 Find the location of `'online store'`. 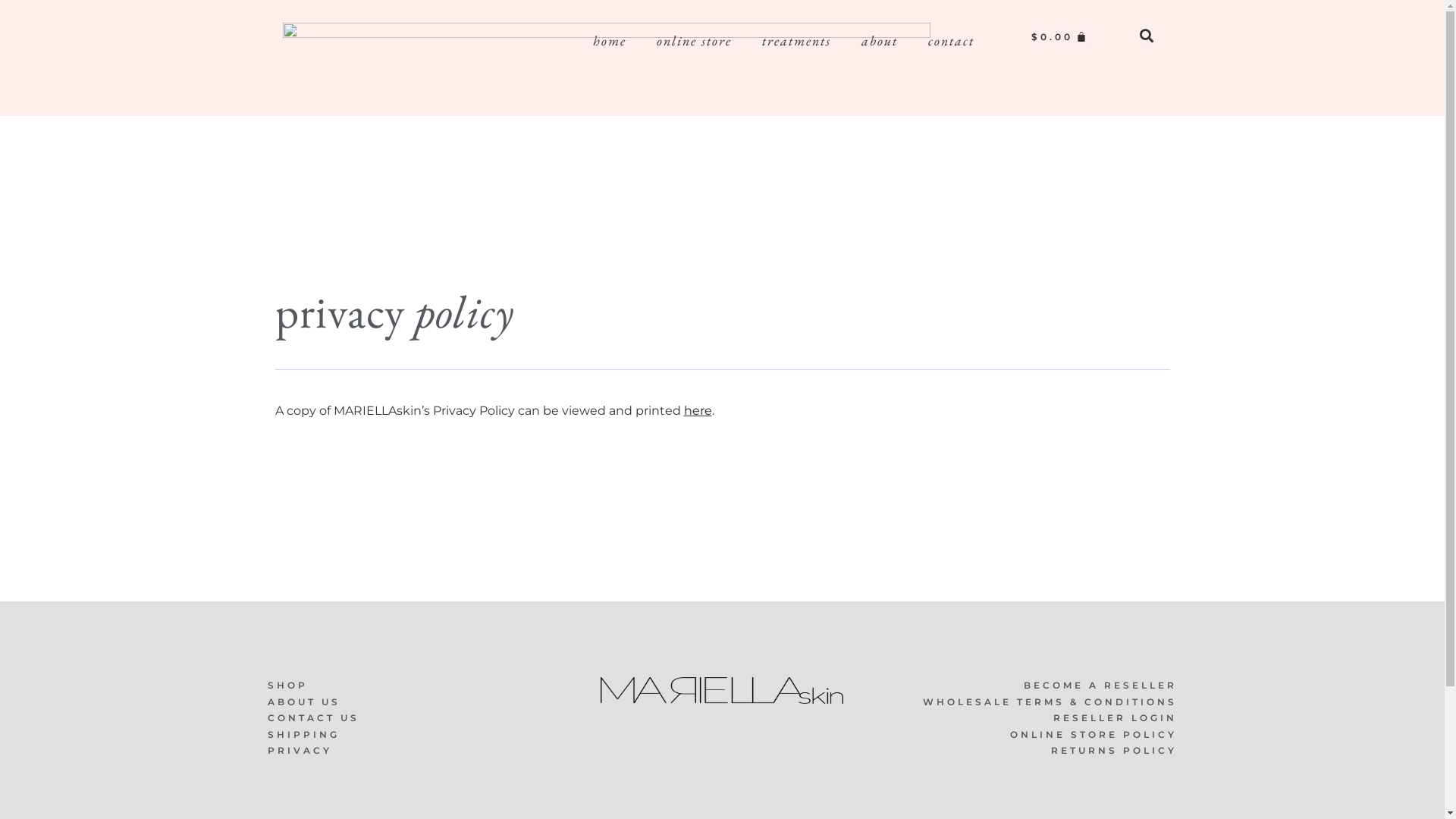

'online store' is located at coordinates (641, 40).